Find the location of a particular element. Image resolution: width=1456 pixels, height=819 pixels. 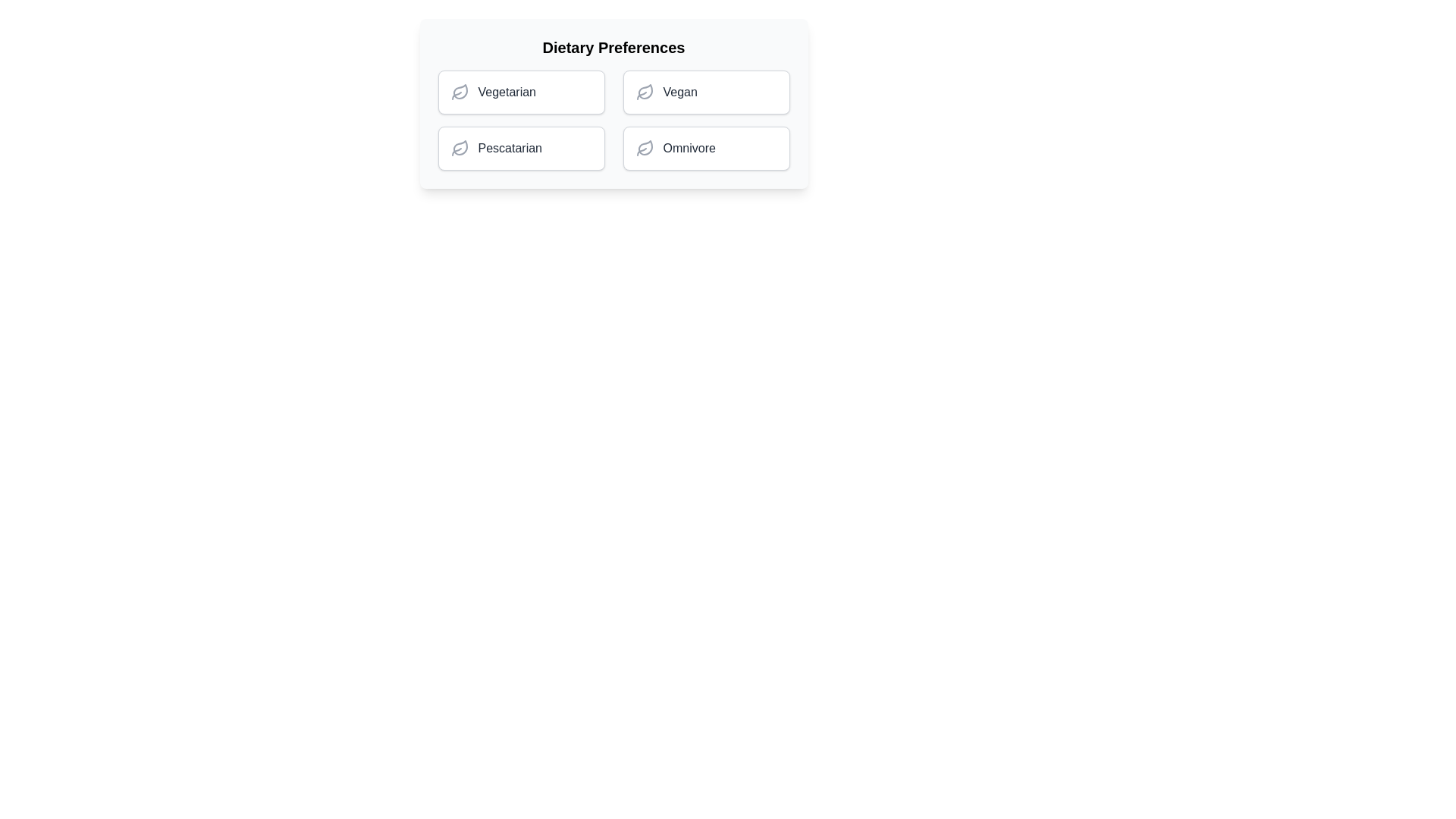

the leaf icon located in the 'Vegan' button under the 'Dietary Preferences' section, which is in the top-right button of a 2x2 grid is located at coordinates (645, 93).